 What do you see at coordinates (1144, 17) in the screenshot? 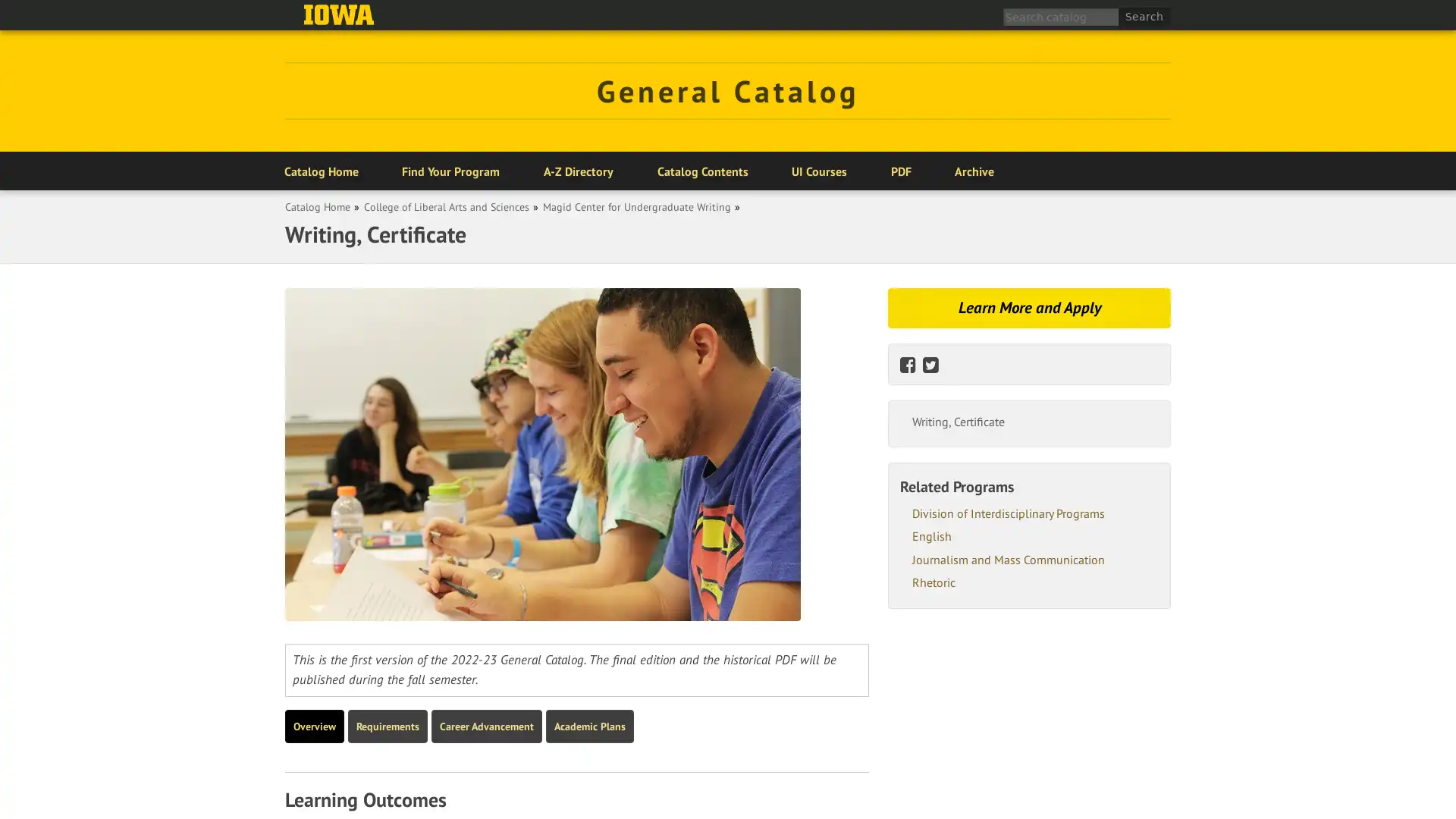
I see `Search` at bounding box center [1144, 17].